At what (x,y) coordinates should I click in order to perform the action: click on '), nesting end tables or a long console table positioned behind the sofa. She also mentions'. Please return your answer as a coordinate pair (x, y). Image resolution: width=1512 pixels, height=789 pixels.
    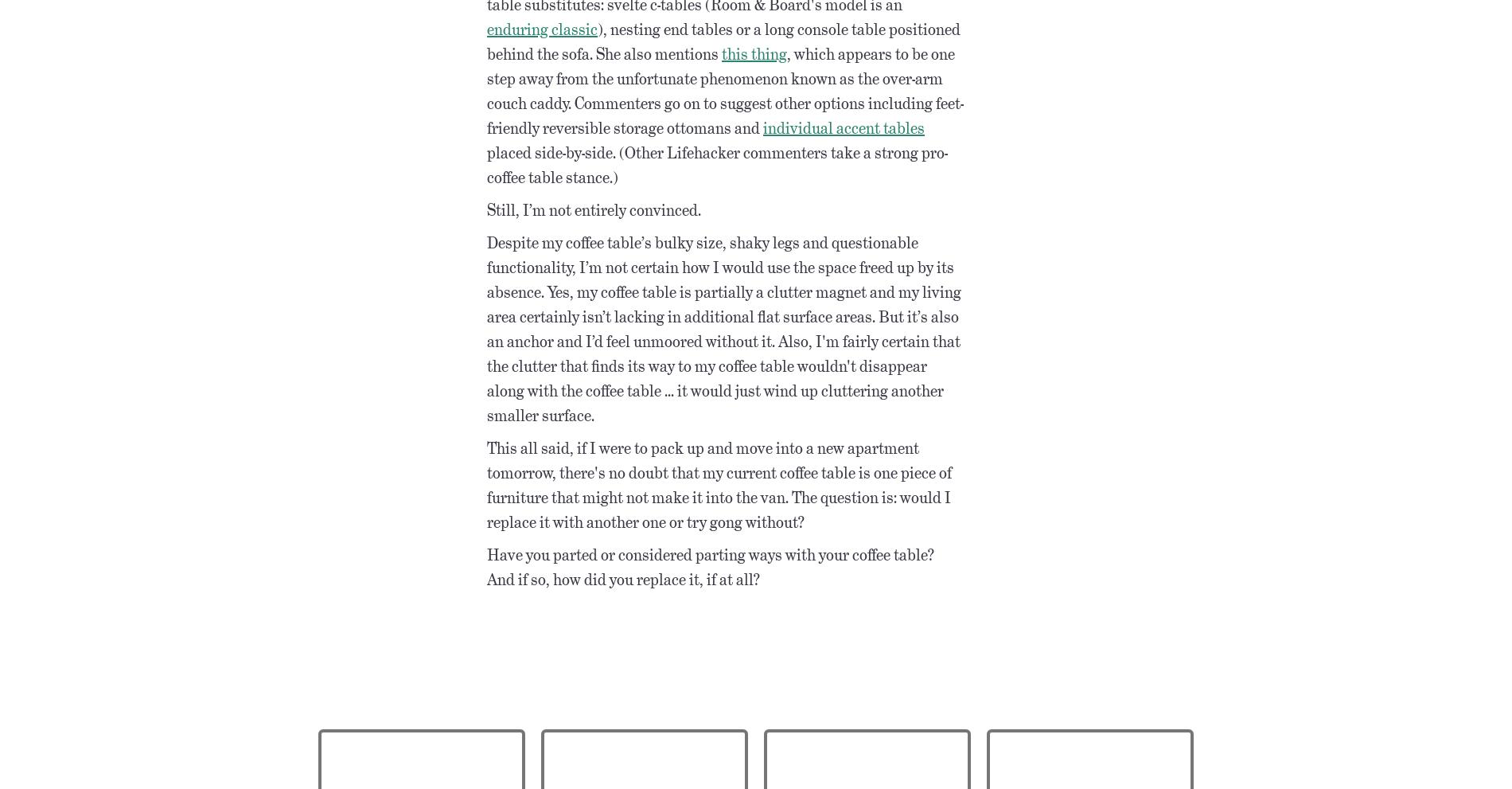
    Looking at the image, I should click on (723, 41).